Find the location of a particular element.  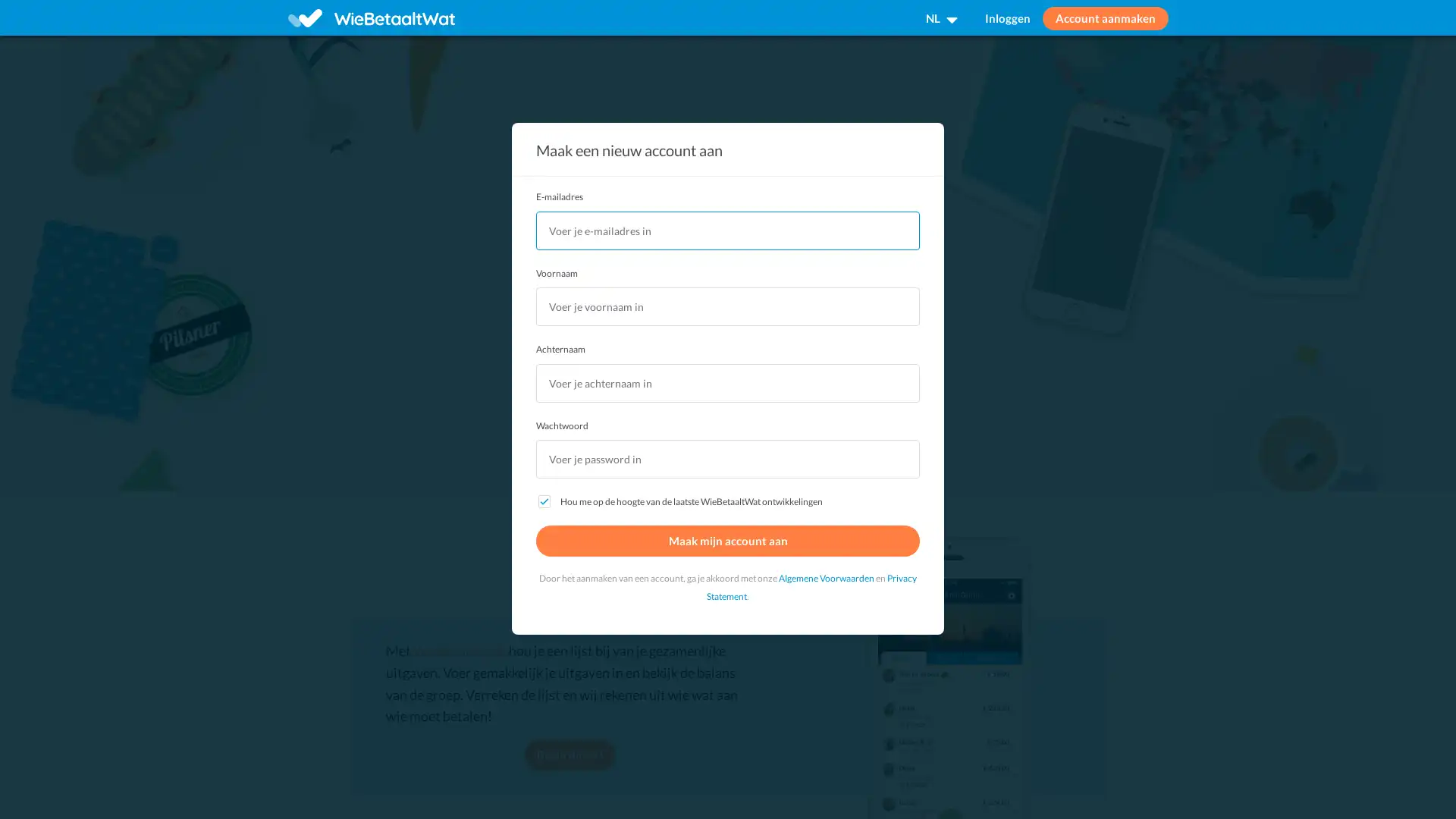

Maak mijn account aan is located at coordinates (728, 539).